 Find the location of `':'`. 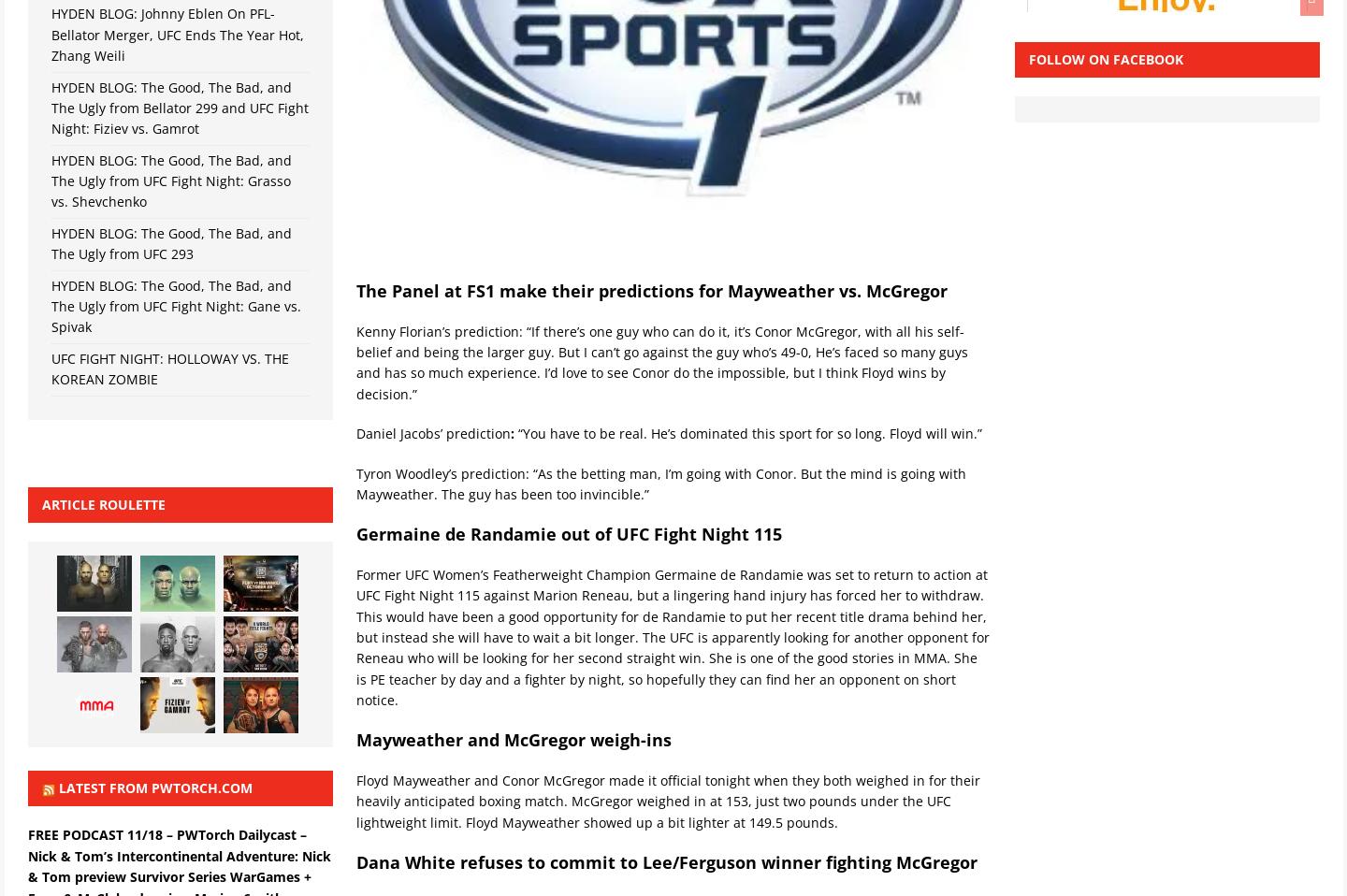

':' is located at coordinates (513, 433).